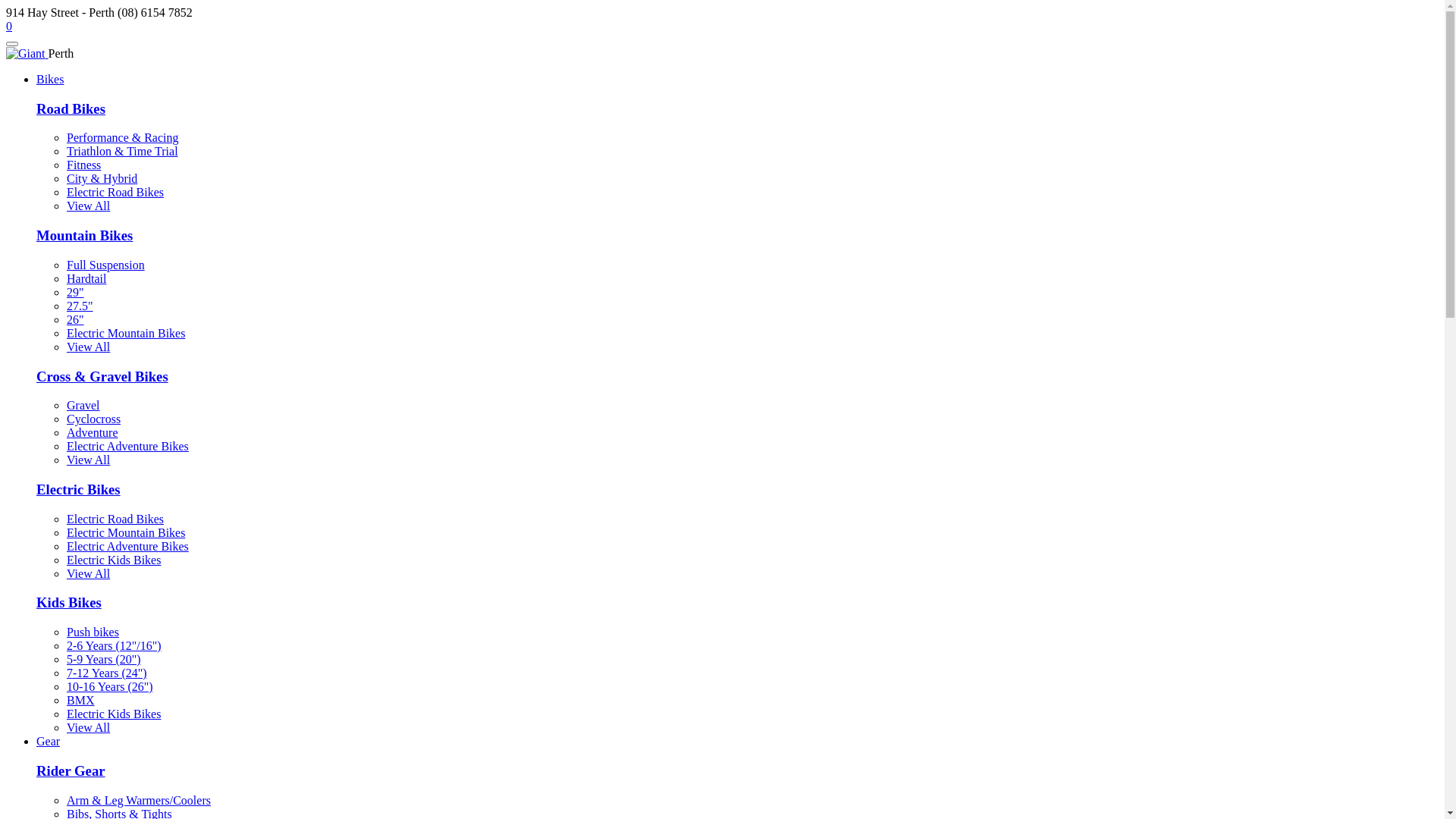 Image resolution: width=1456 pixels, height=819 pixels. What do you see at coordinates (123, 137) in the screenshot?
I see `'Performance & Racing'` at bounding box center [123, 137].